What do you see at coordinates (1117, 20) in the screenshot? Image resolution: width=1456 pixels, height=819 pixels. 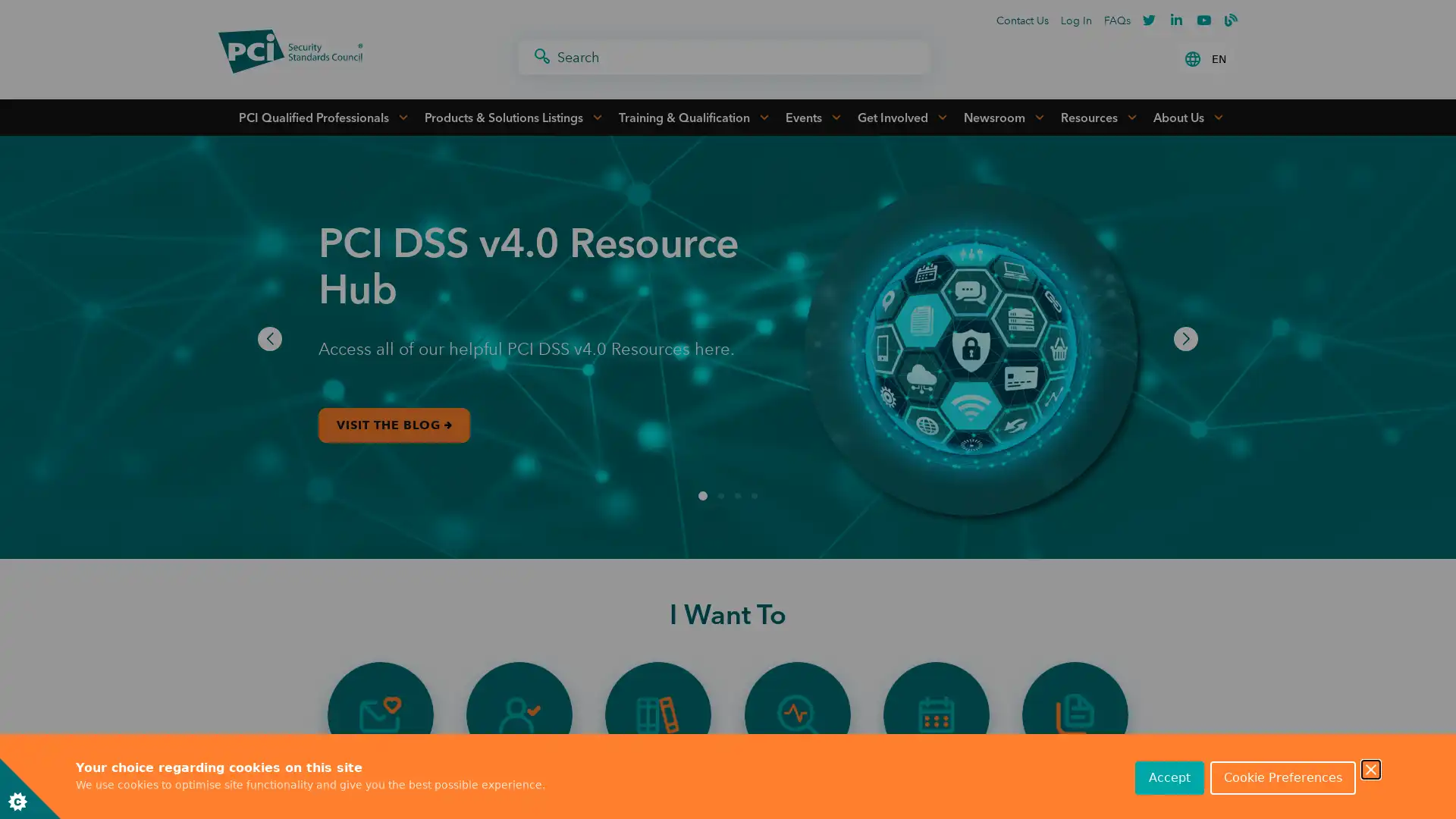 I see `FAQs` at bounding box center [1117, 20].